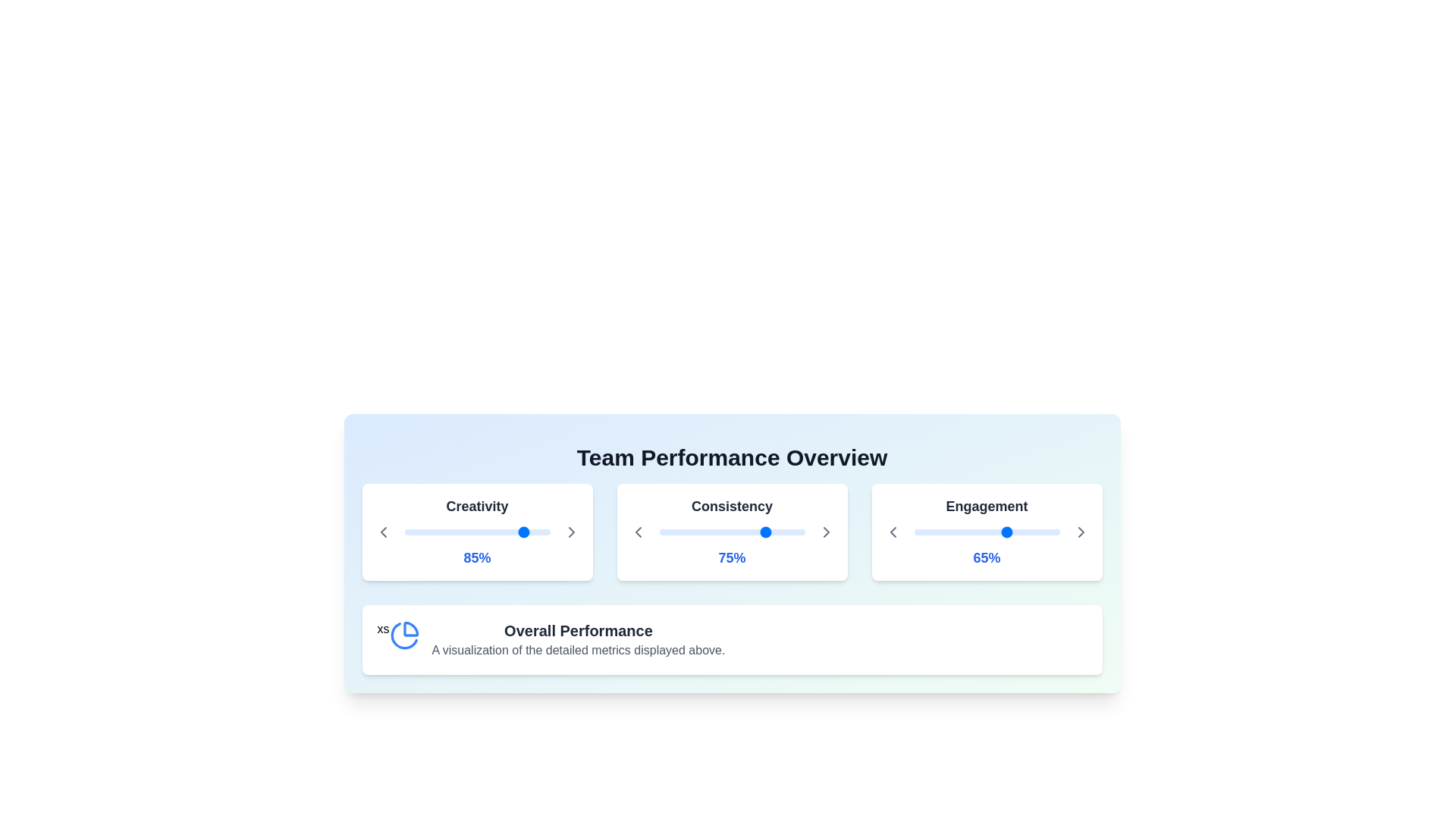  What do you see at coordinates (1080, 532) in the screenshot?
I see `the right-pointing arrow icon button located in the bottom-right corner of the 'Engagement' section` at bounding box center [1080, 532].